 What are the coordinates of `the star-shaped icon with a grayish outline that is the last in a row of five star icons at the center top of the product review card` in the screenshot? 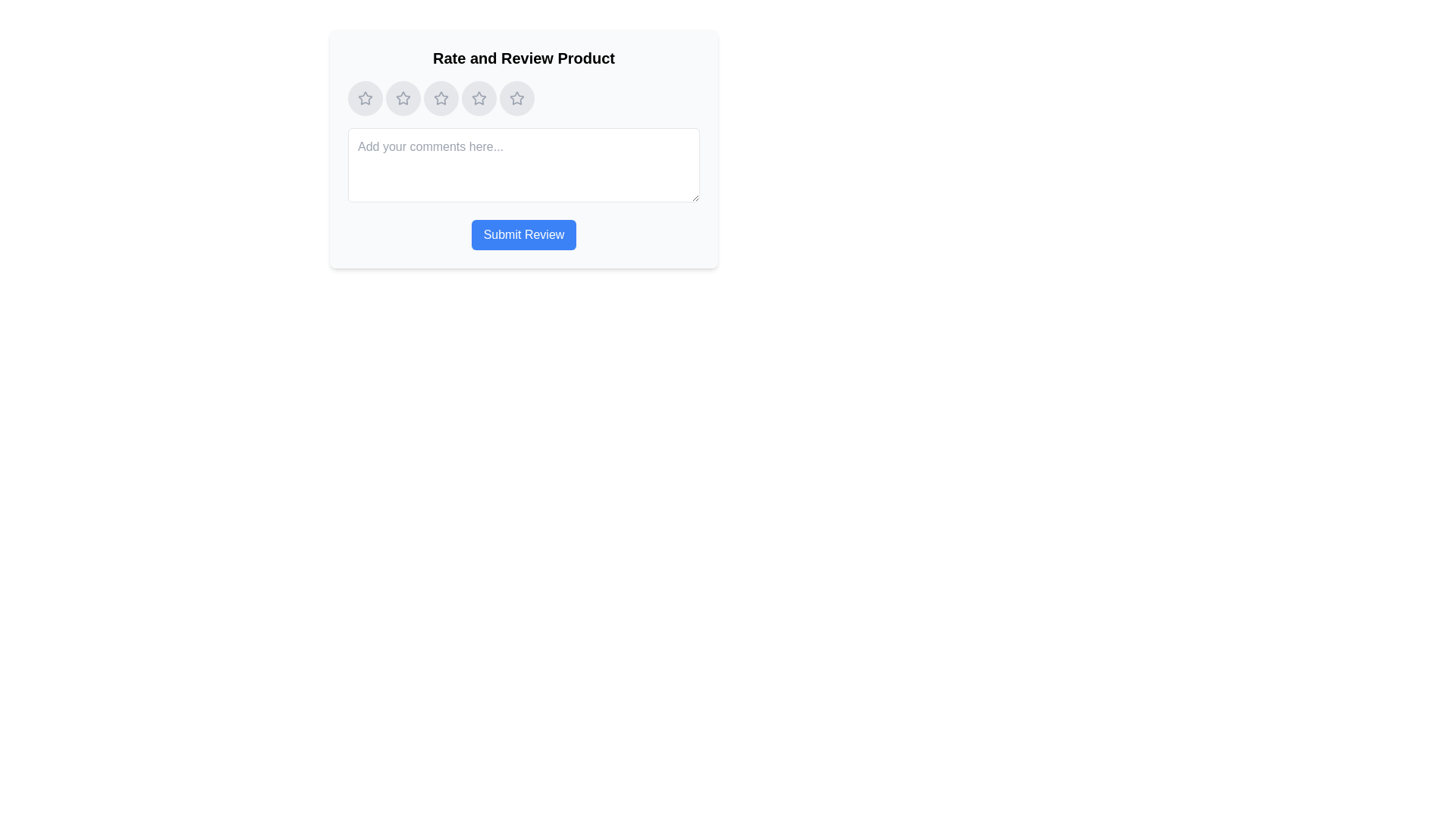 It's located at (516, 98).